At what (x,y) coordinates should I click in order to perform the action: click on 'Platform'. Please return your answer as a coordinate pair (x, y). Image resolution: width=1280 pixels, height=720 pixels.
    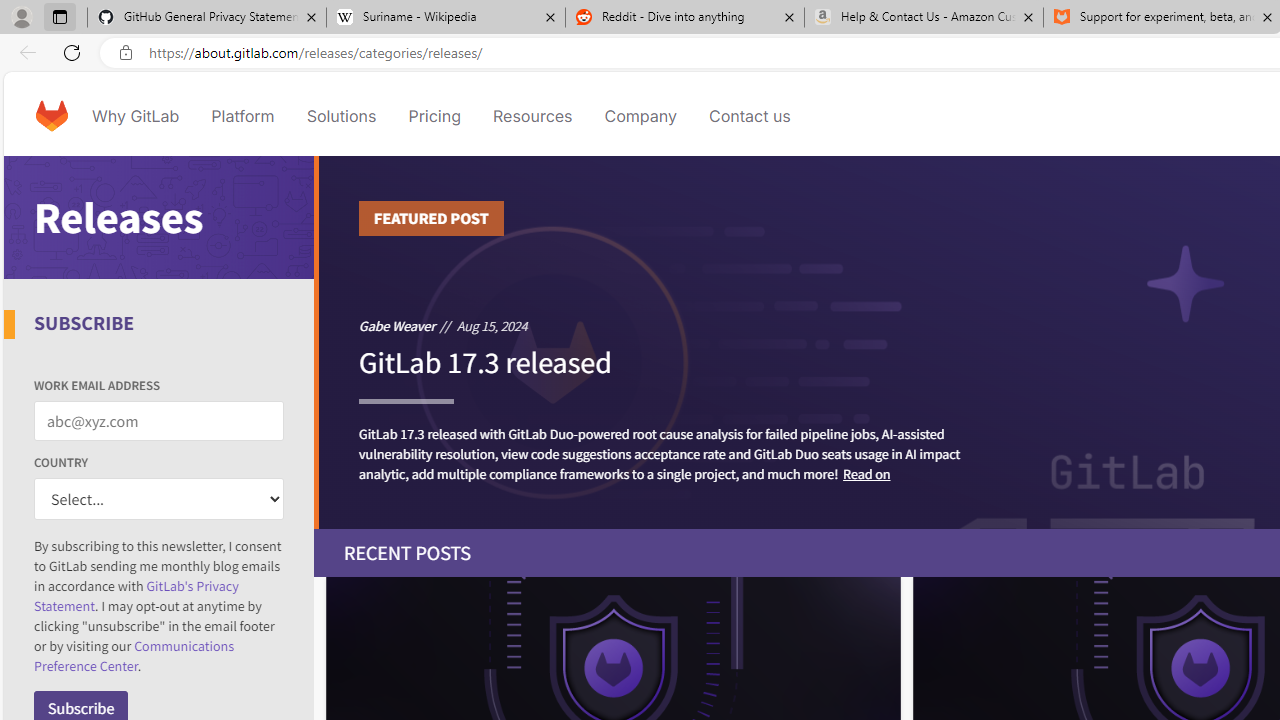
    Looking at the image, I should click on (242, 115).